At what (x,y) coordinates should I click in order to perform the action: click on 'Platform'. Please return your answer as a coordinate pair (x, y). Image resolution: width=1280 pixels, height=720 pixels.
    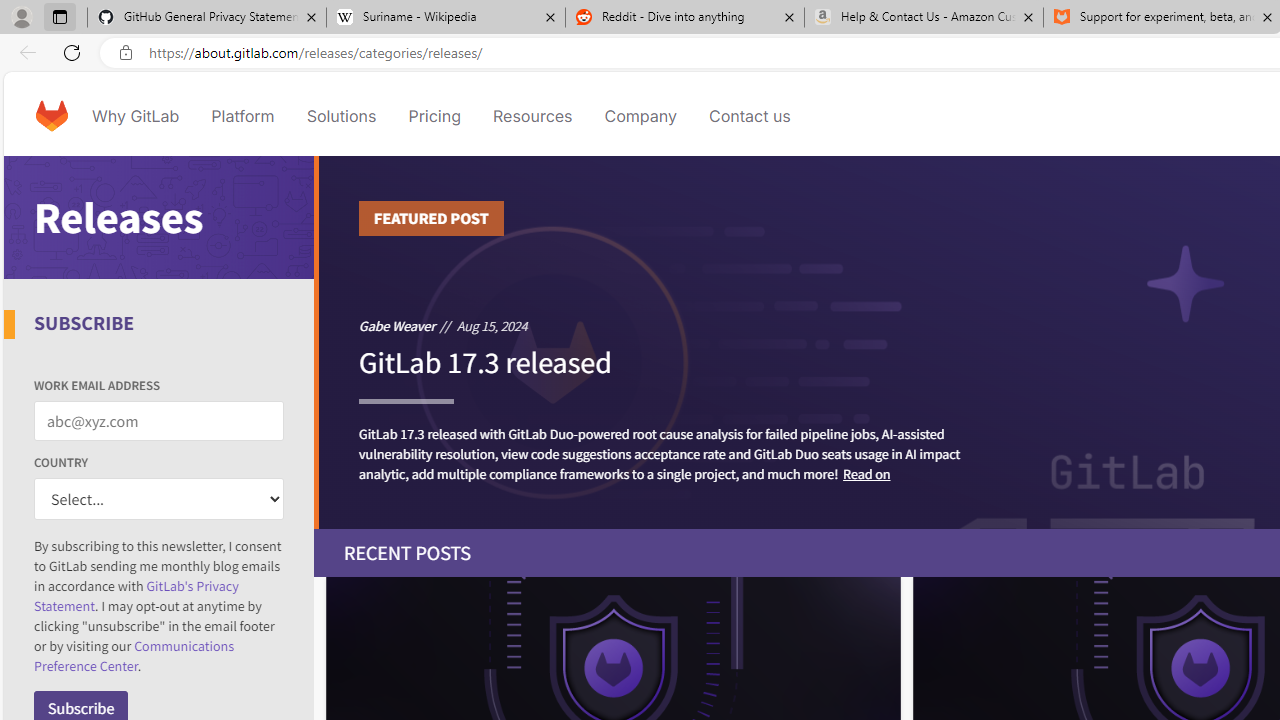
    Looking at the image, I should click on (242, 115).